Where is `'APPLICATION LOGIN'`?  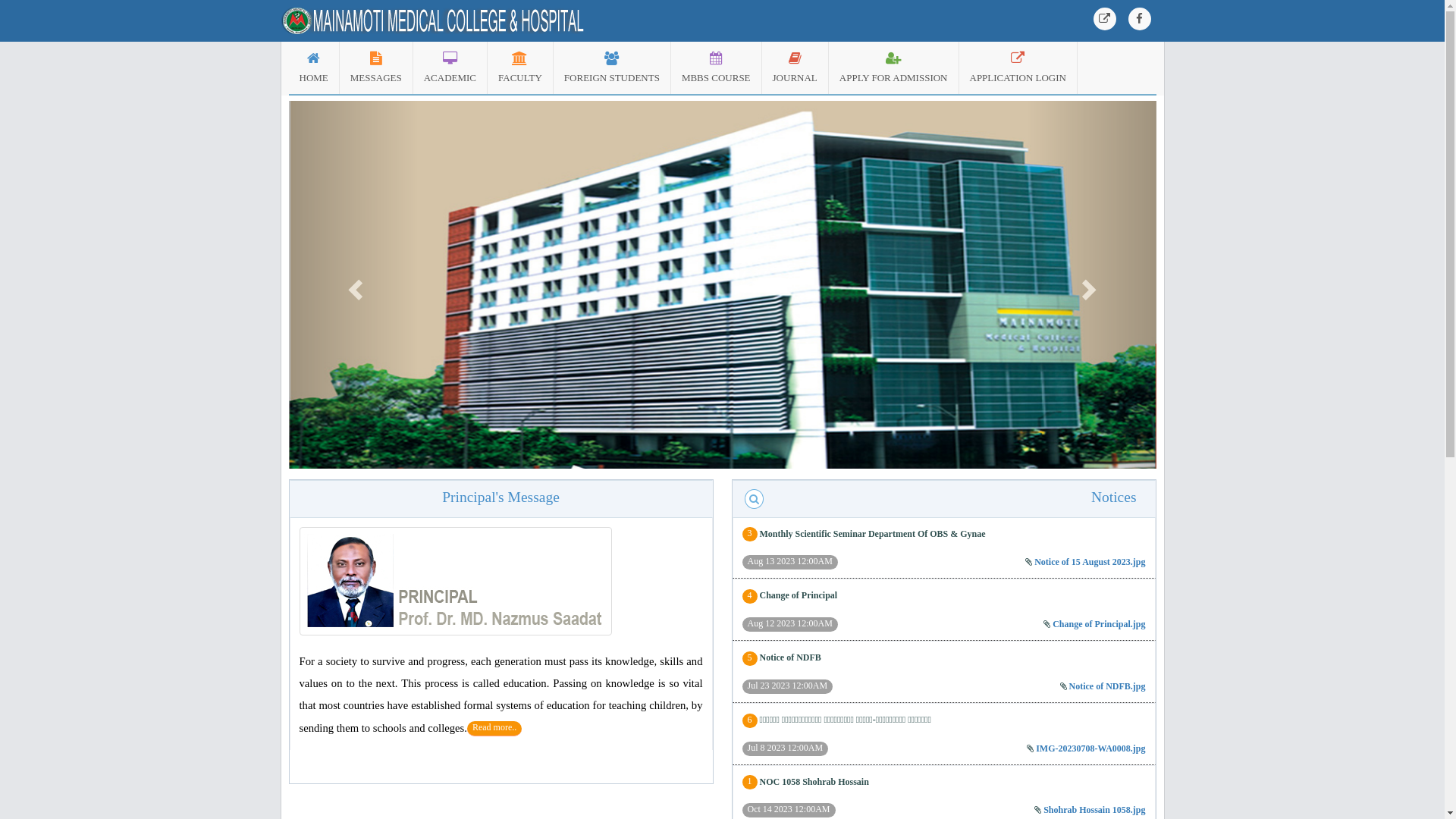 'APPLICATION LOGIN' is located at coordinates (1017, 67).